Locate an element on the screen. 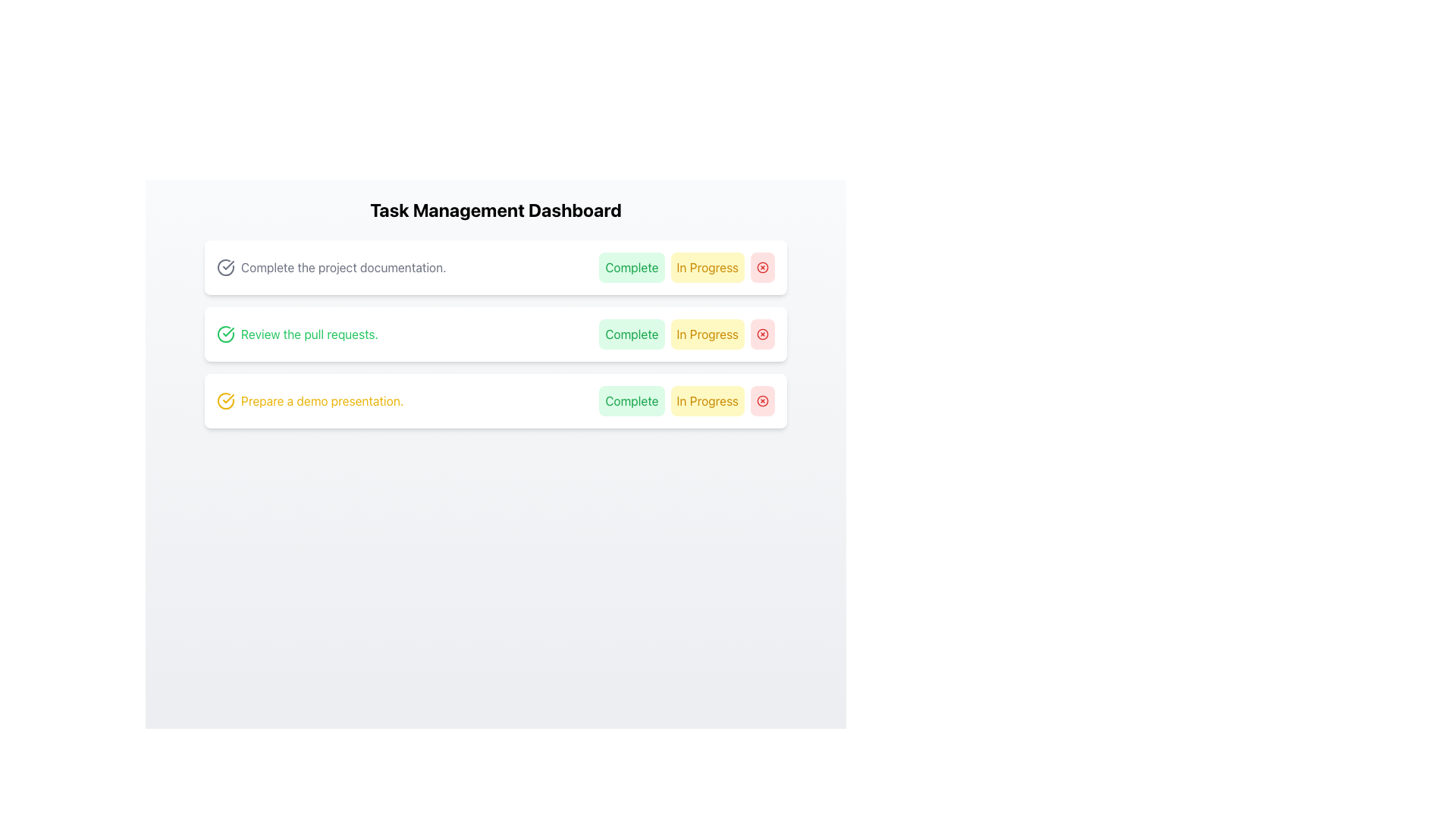 The image size is (1456, 819). the checkmark icon indicating the completion status of the task titled 'Review the pull requests.' is located at coordinates (224, 333).